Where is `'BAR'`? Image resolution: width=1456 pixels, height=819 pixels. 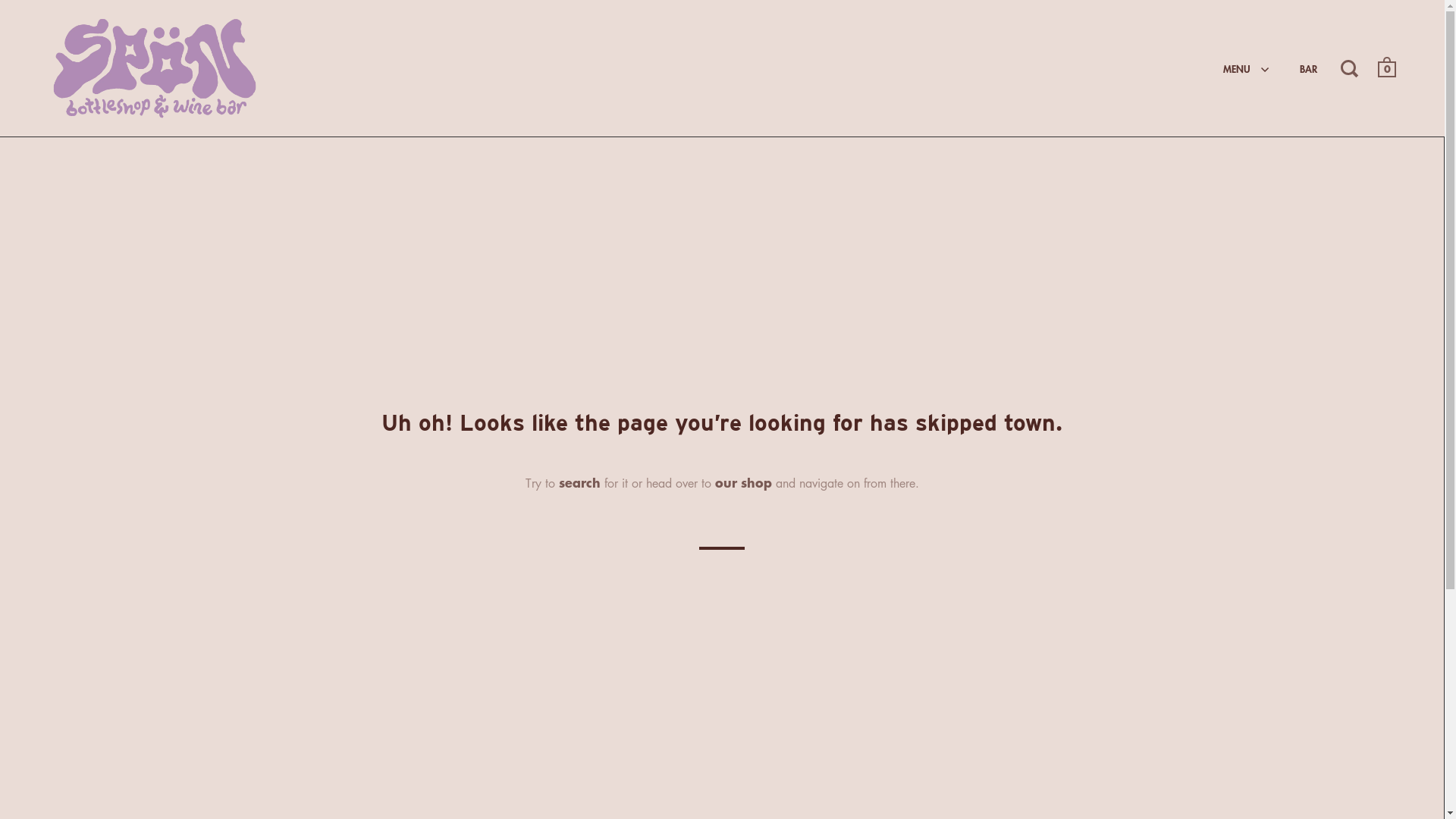
'BAR' is located at coordinates (1307, 67).